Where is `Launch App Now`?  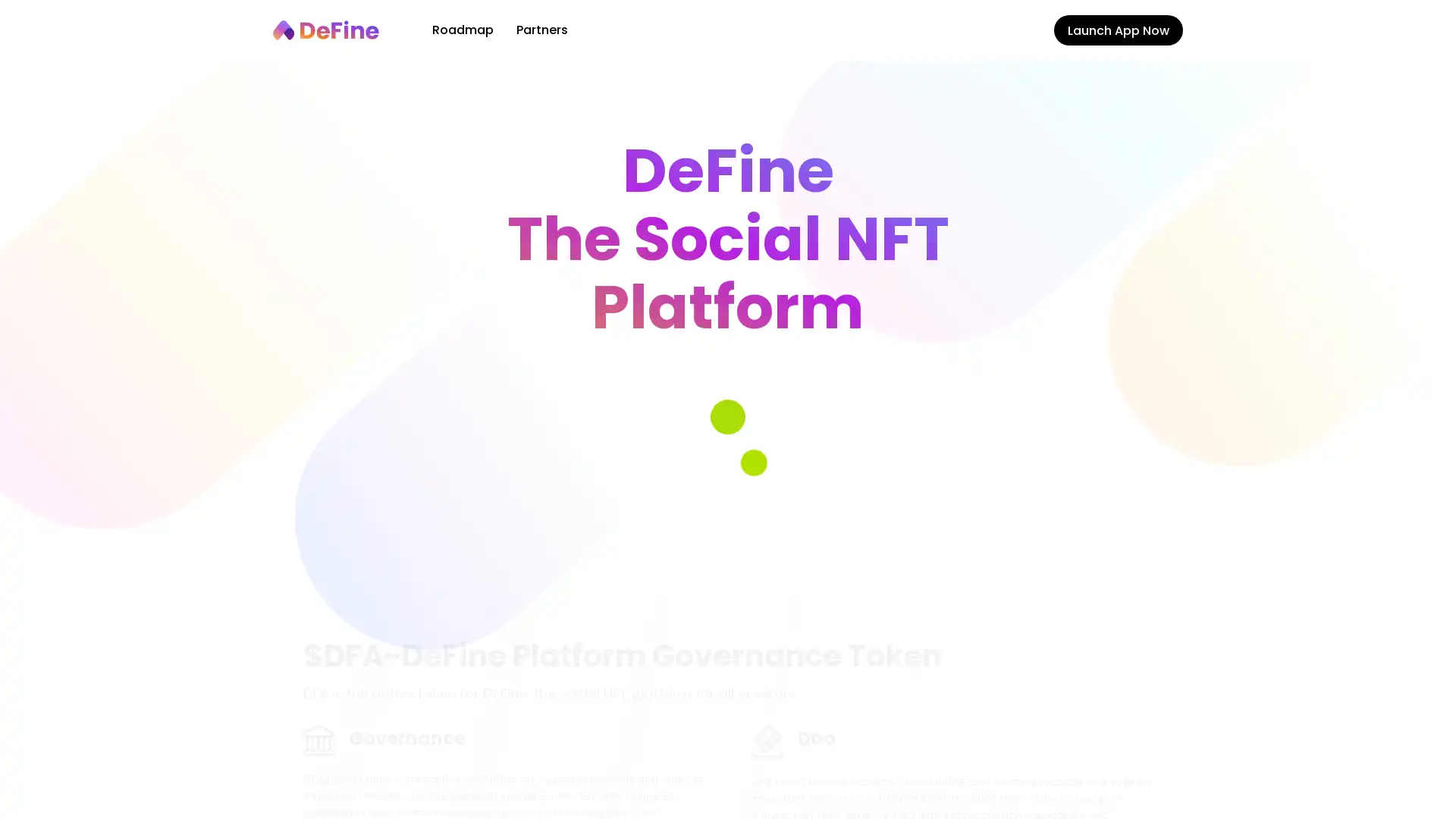 Launch App Now is located at coordinates (1118, 30).